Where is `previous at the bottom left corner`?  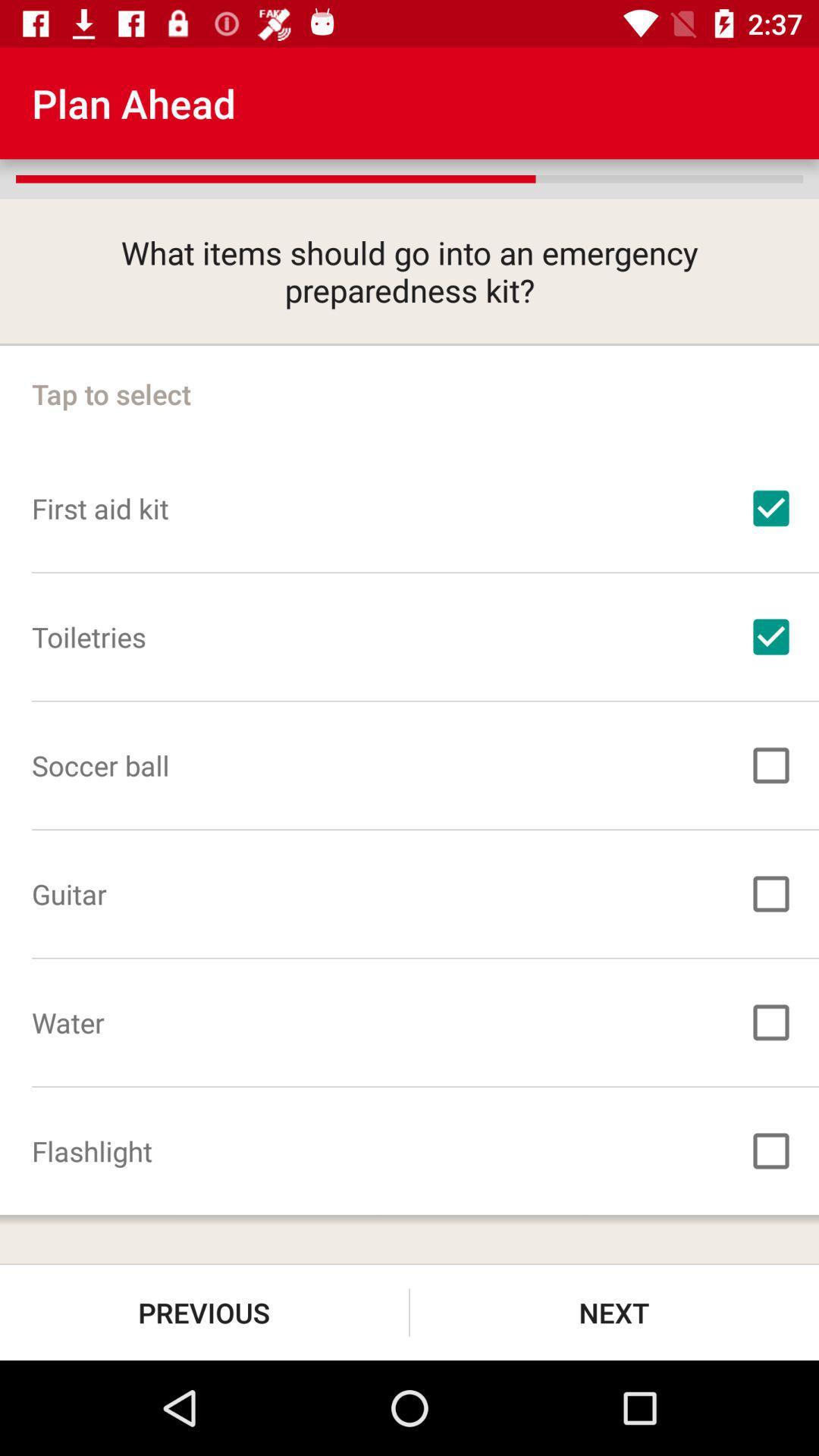 previous at the bottom left corner is located at coordinates (203, 1312).